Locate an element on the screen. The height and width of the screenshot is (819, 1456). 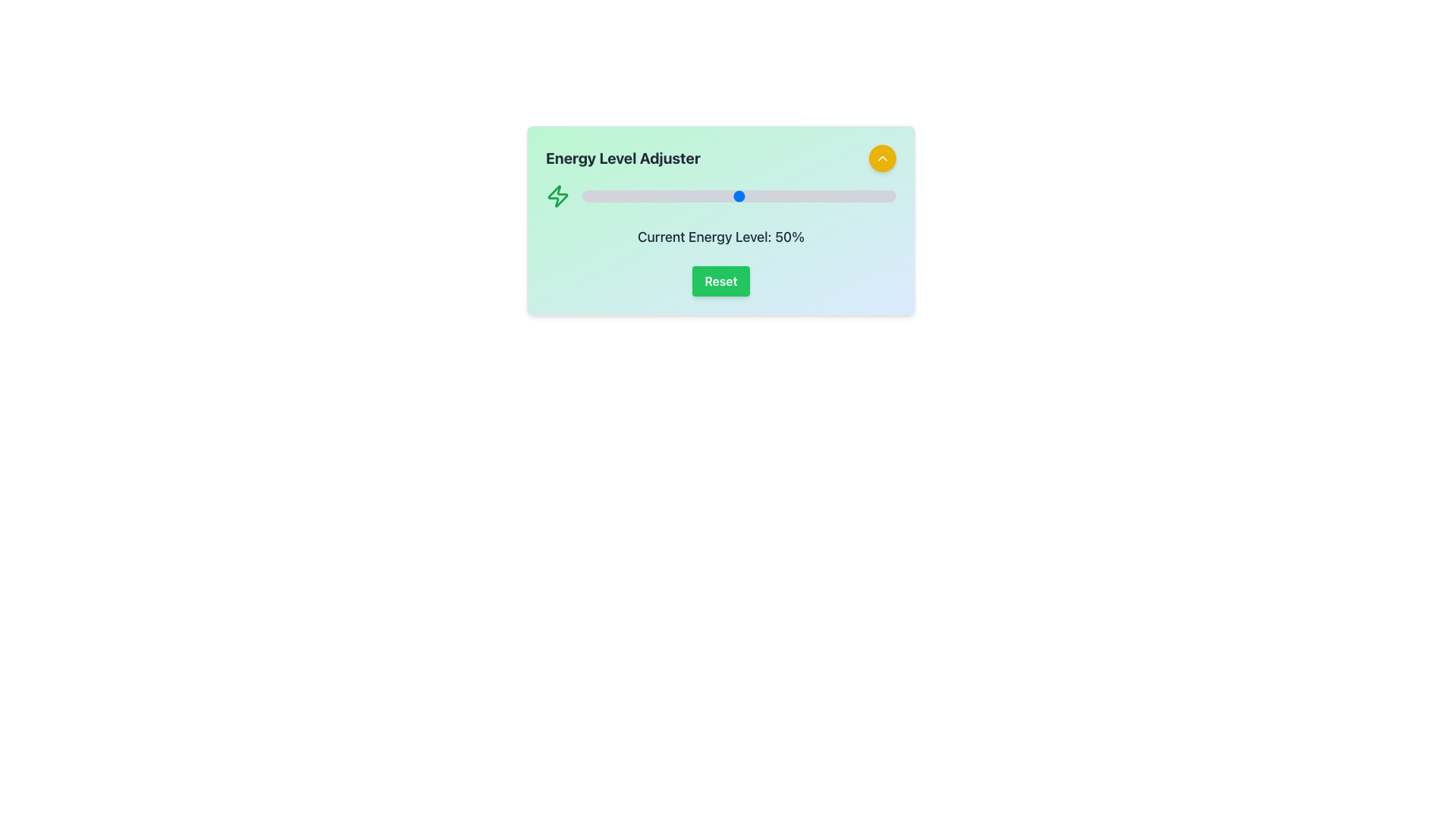
the Heading text that identifies the energy level adjustment module is located at coordinates (623, 158).